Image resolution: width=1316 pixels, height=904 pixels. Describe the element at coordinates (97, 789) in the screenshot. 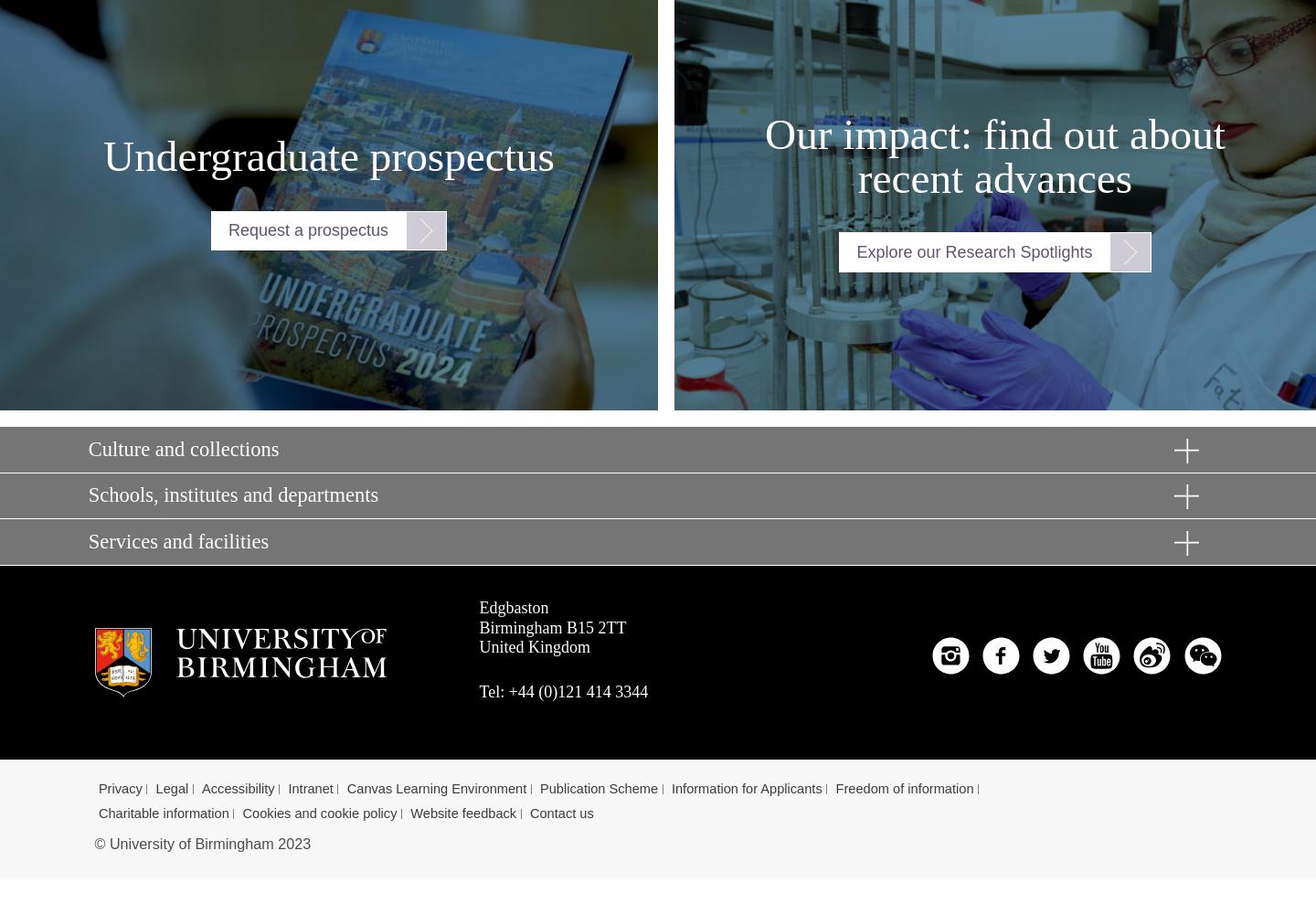

I see `'Privacy'` at that location.